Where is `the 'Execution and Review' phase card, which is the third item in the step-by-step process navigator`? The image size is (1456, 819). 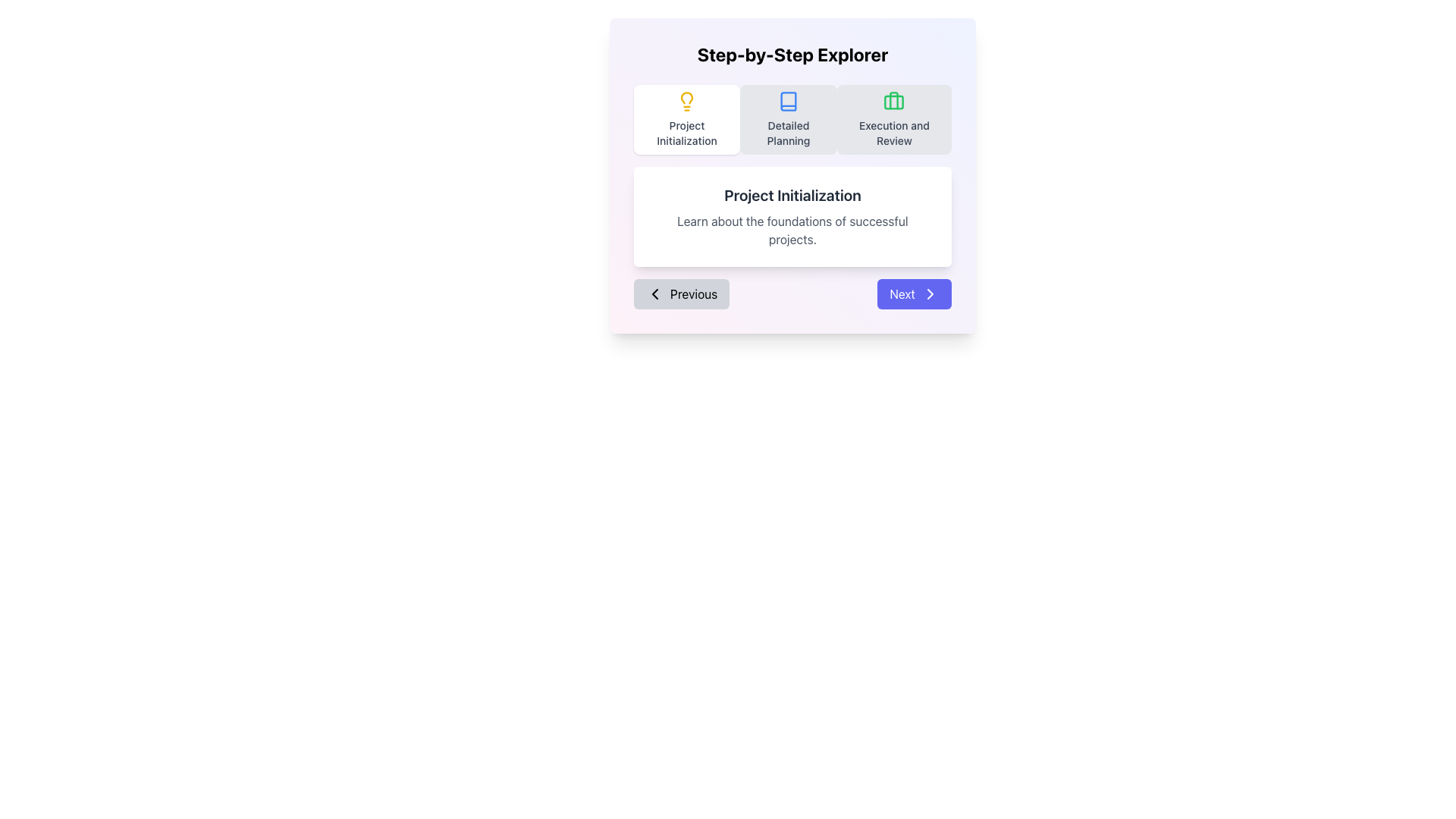 the 'Execution and Review' phase card, which is the third item in the step-by-step process navigator is located at coordinates (894, 119).